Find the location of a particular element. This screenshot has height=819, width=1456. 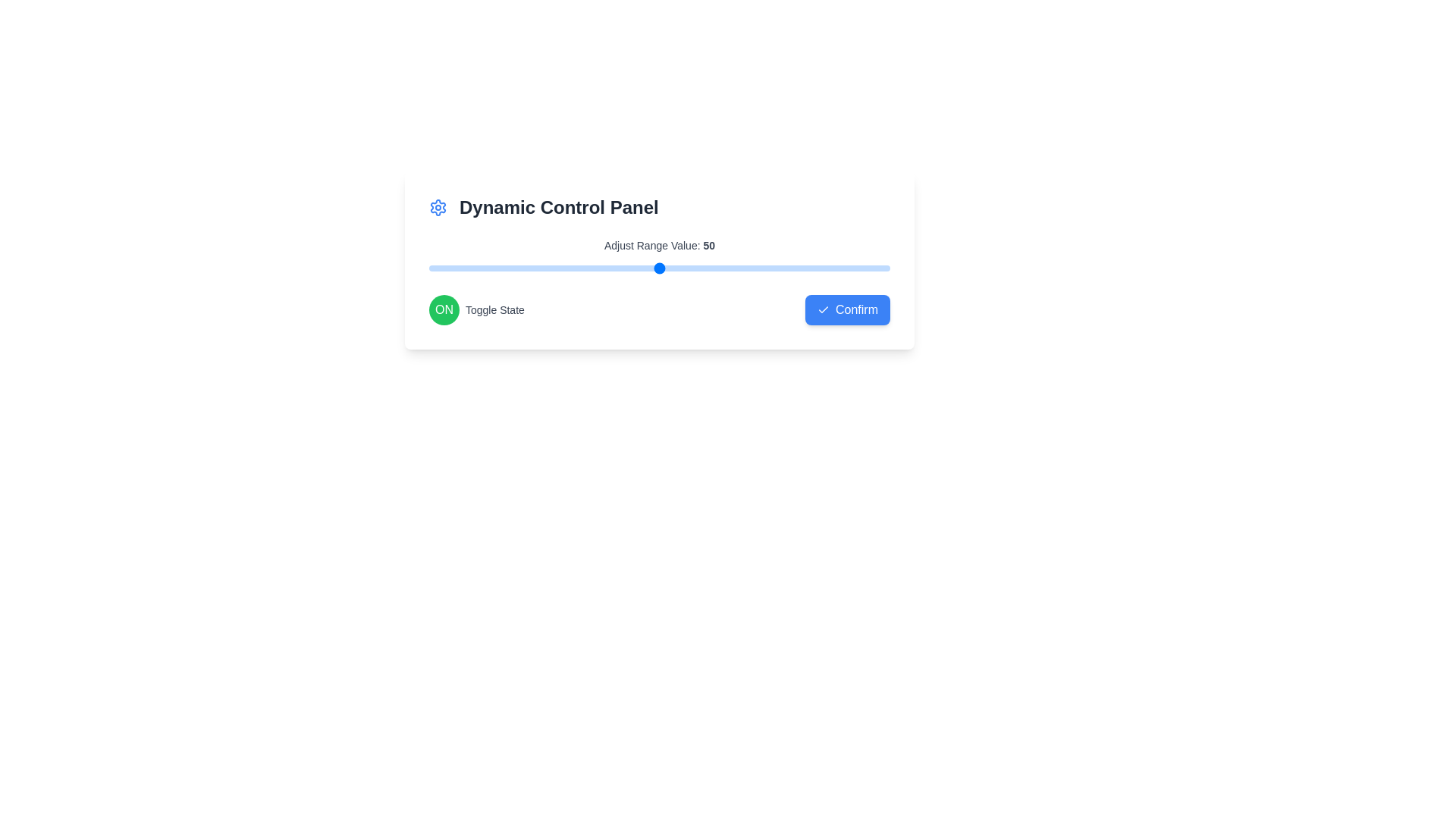

the blue gear-shaped icon located to the left of the text 'Dynamic Control Panel' is located at coordinates (437, 207).